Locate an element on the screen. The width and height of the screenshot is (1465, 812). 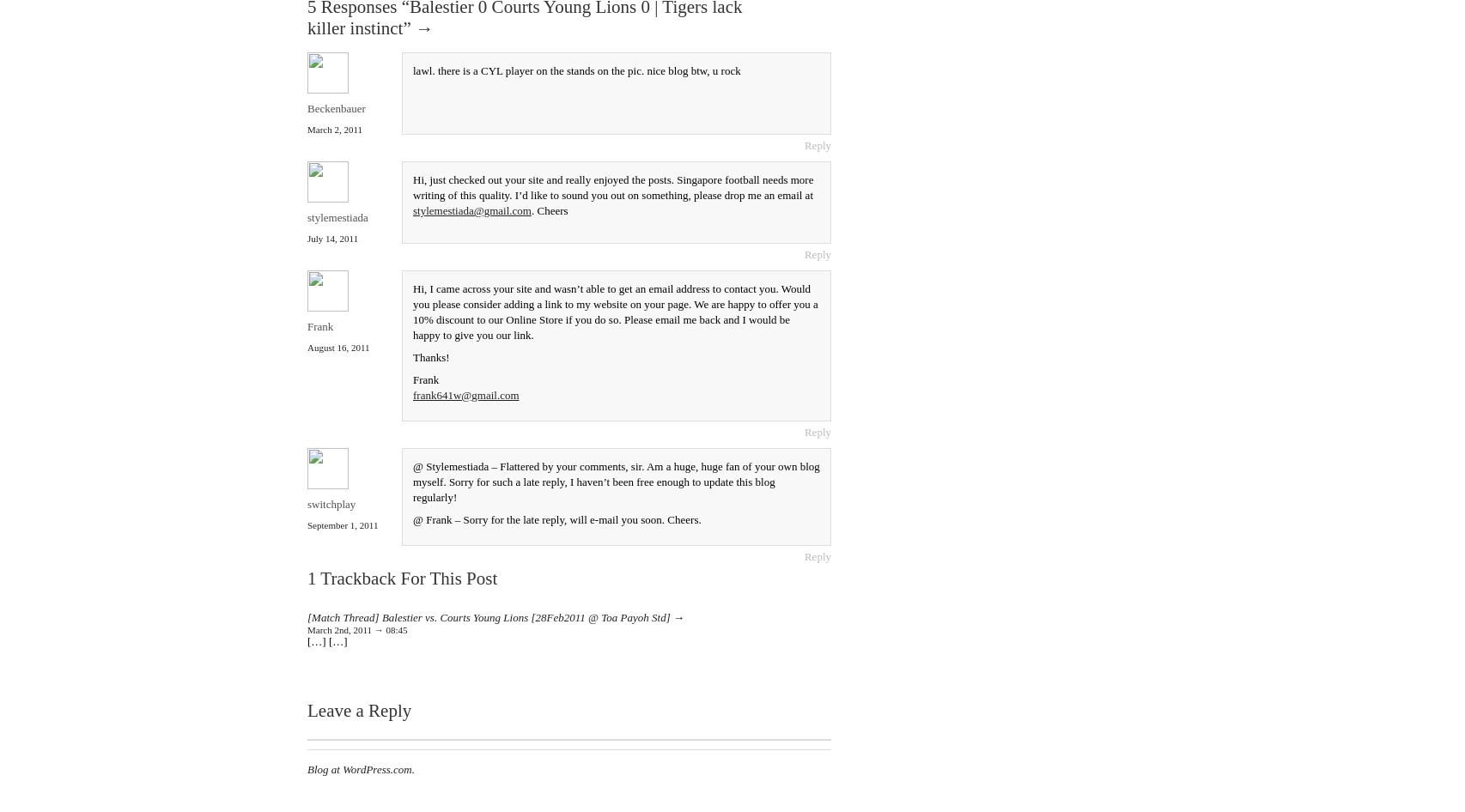
'September 1, 2011' is located at coordinates (343, 524).